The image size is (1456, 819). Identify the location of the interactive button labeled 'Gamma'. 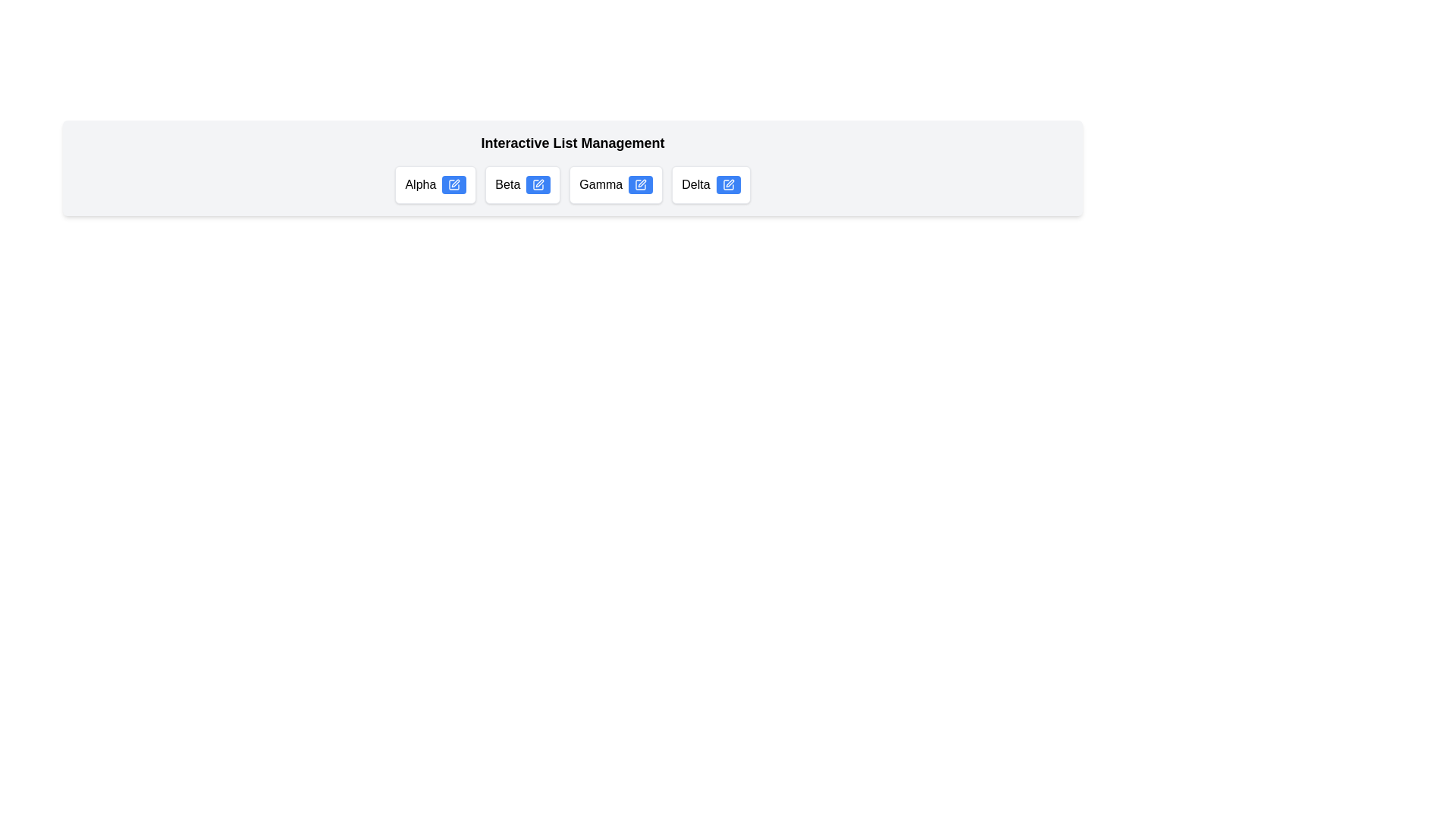
(641, 184).